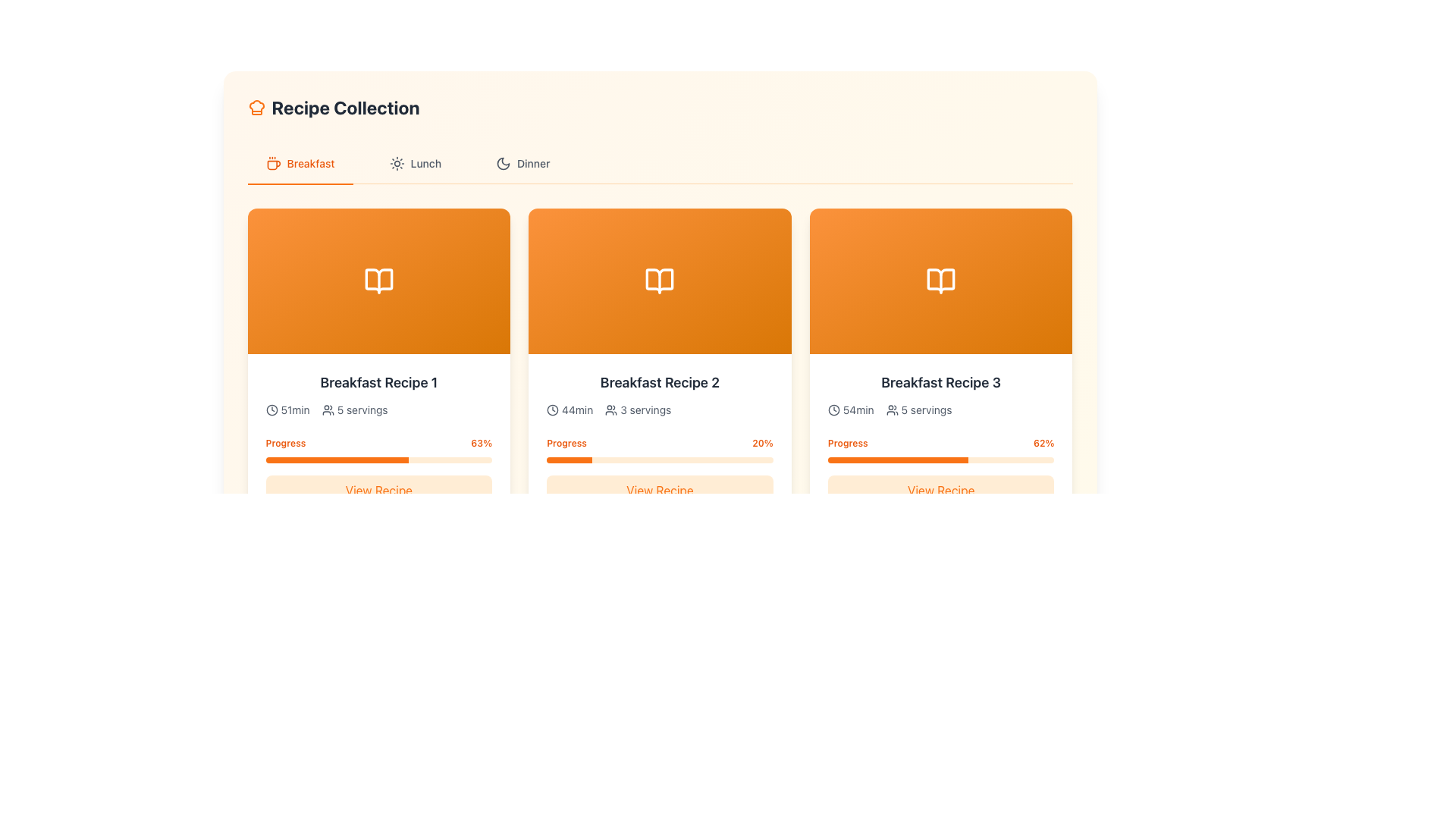 The image size is (1456, 819). Describe the element at coordinates (660, 491) in the screenshot. I see `the 'View Recipe' button with a light orange background located at the bottom of the 'Breakfast Recipe 2' card, which is directly below the progress bar` at that location.